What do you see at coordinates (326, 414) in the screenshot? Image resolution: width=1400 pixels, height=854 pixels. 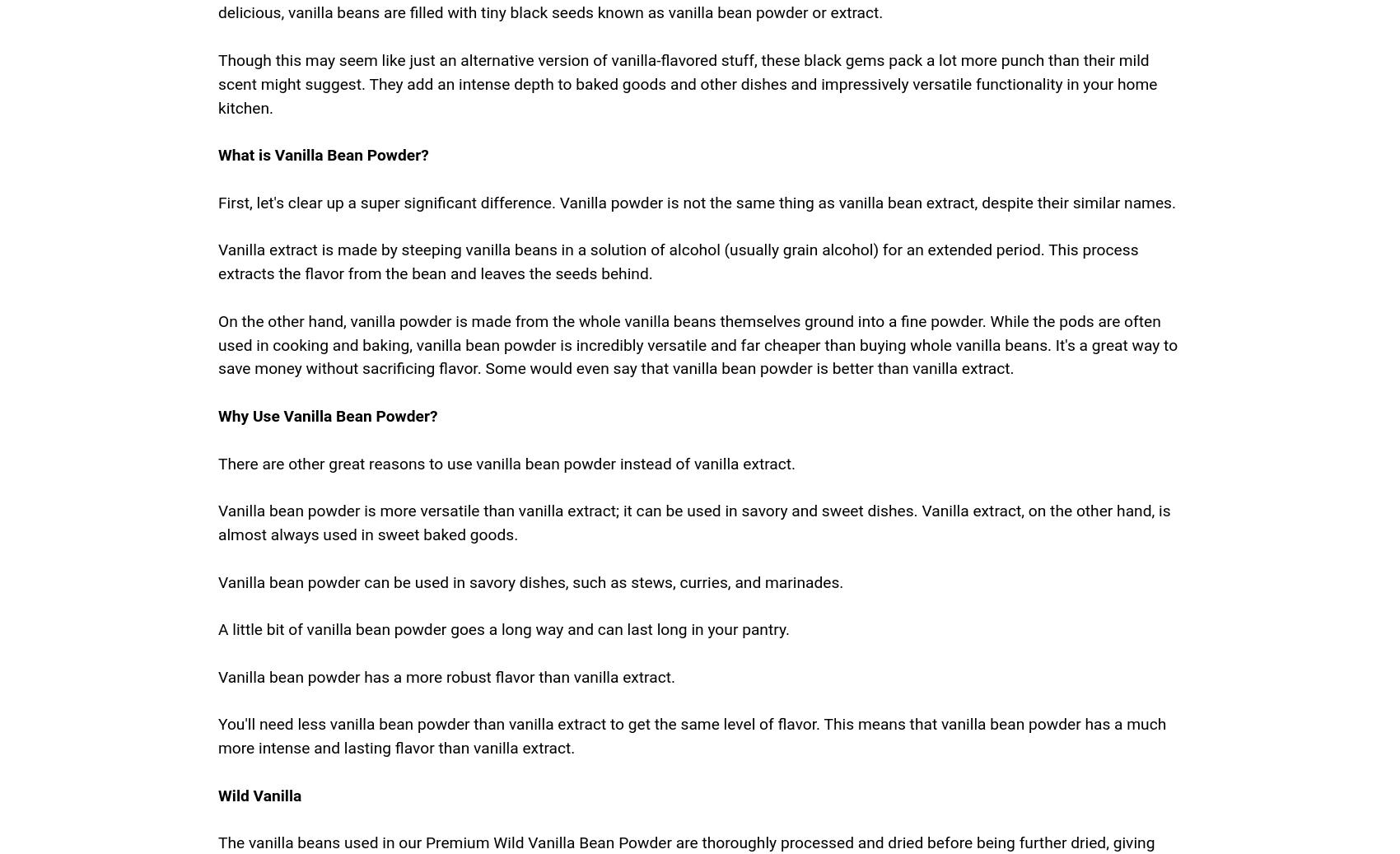 I see `'Why Use Vanilla Bean Powder?'` at bounding box center [326, 414].